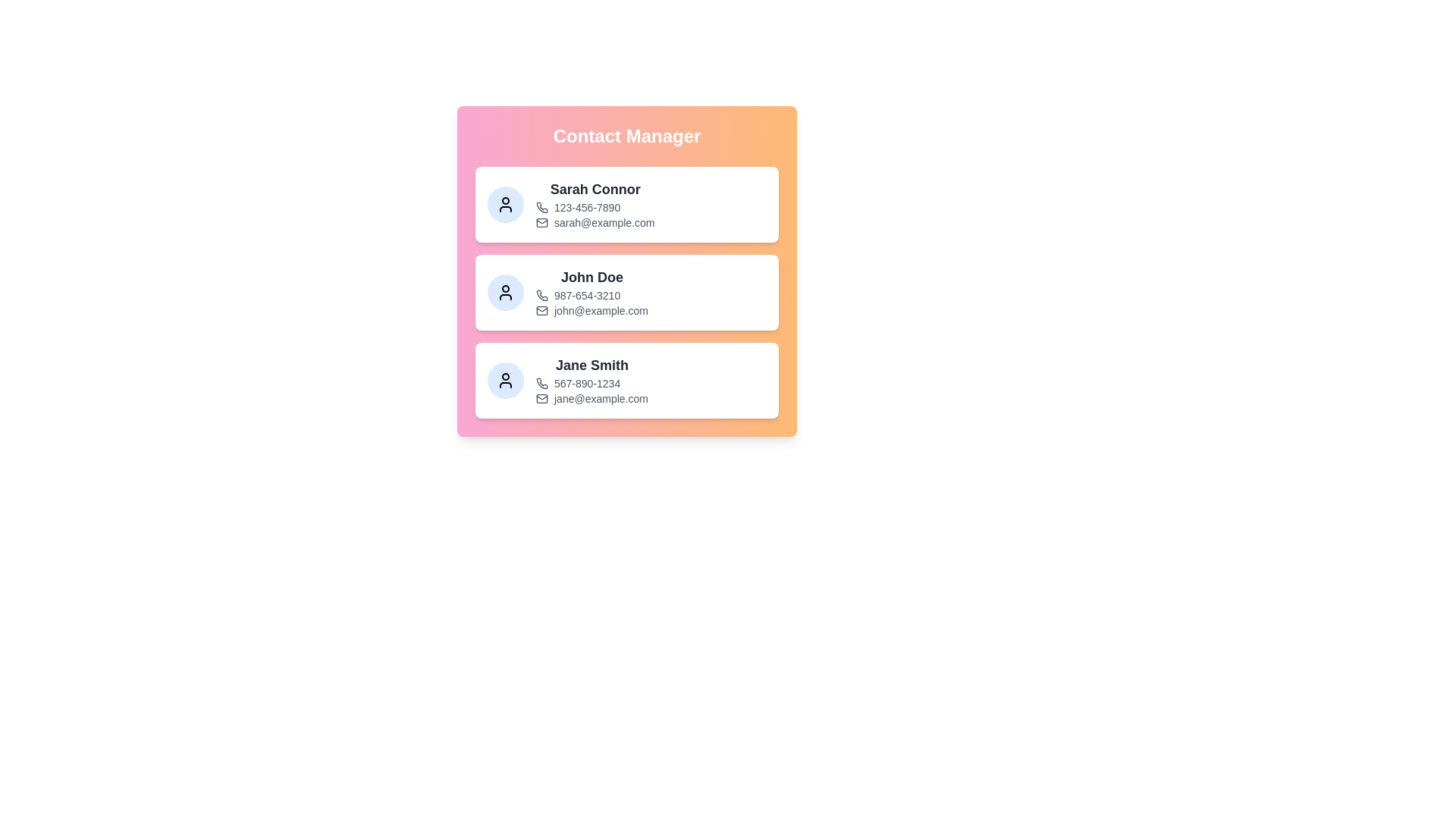  Describe the element at coordinates (591, 278) in the screenshot. I see `the contact name text for John Doe` at that location.